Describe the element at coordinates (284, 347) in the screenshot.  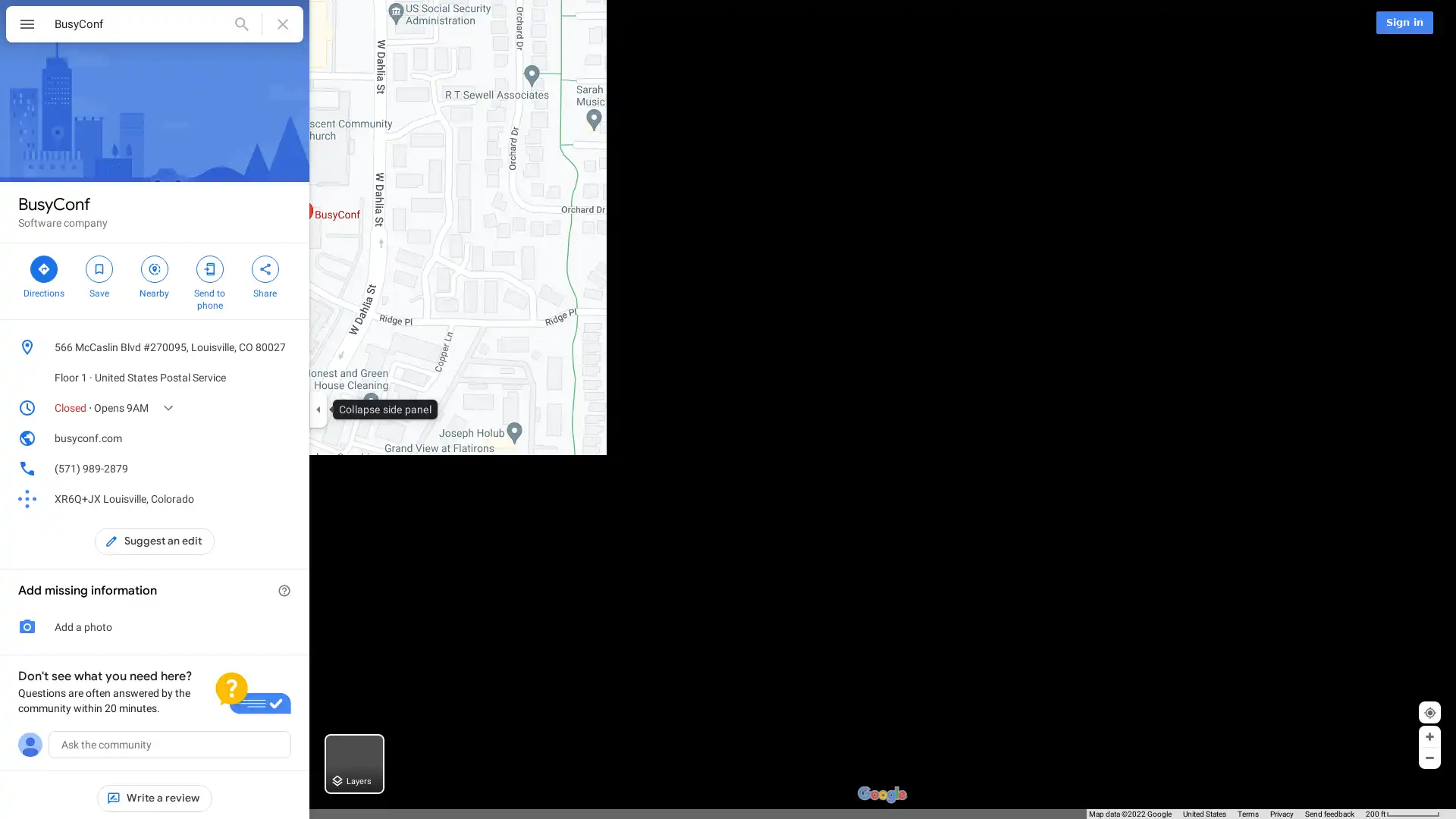
I see `Copy address` at that location.